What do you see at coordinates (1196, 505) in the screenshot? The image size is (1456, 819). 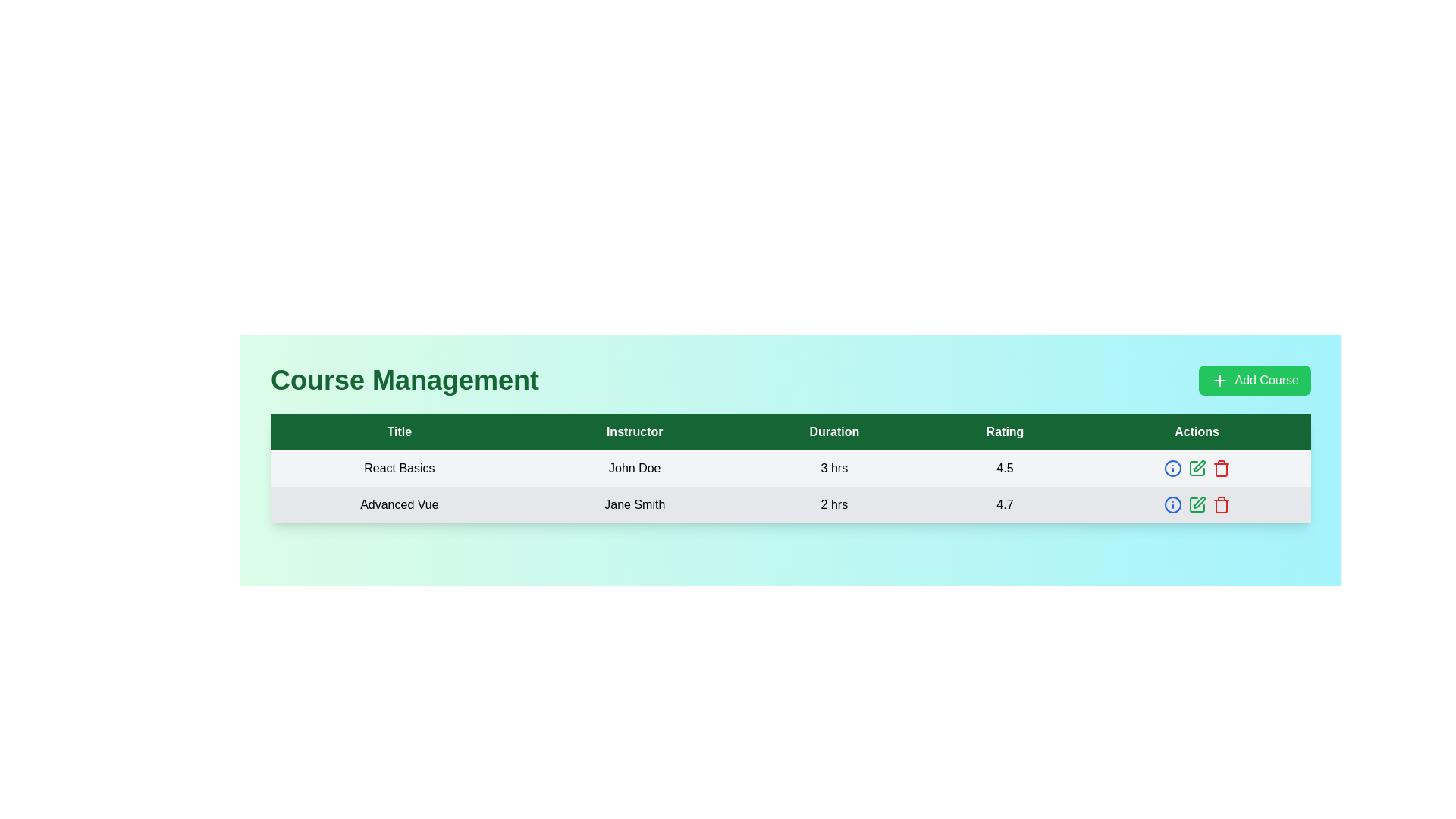 I see `the edit button located in the 'Actions' column of the second row in the table, positioned between a blue information icon and a red delete icon` at bounding box center [1196, 505].